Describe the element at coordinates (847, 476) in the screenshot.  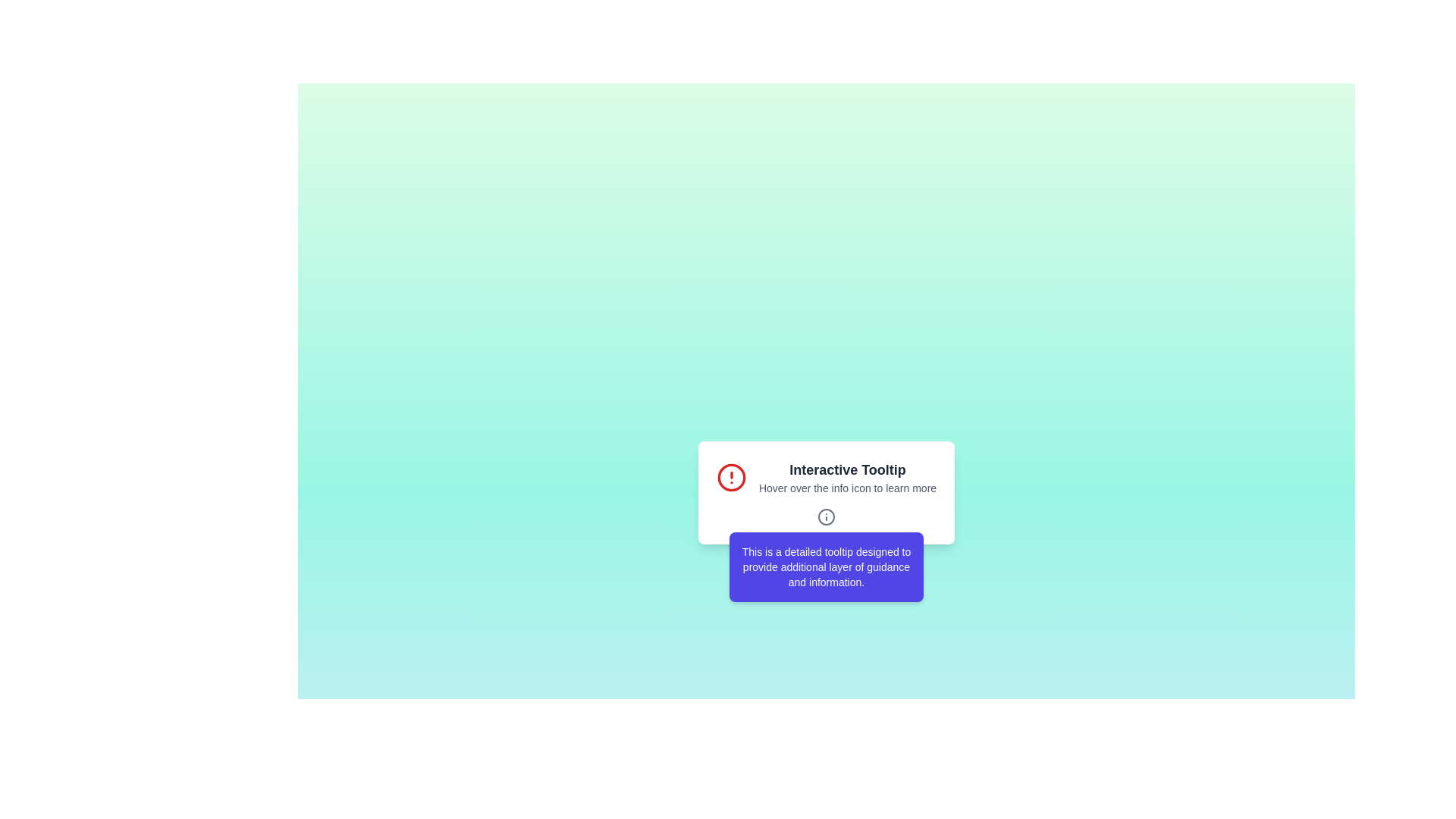
I see `the Text block that reads 'Interactive Tooltip.' It contains two lines of text, with the first line in bold stating 'Interactive Tooltip' and the second line in smaller text saying 'Hover over the info icon to learn more.'` at that location.